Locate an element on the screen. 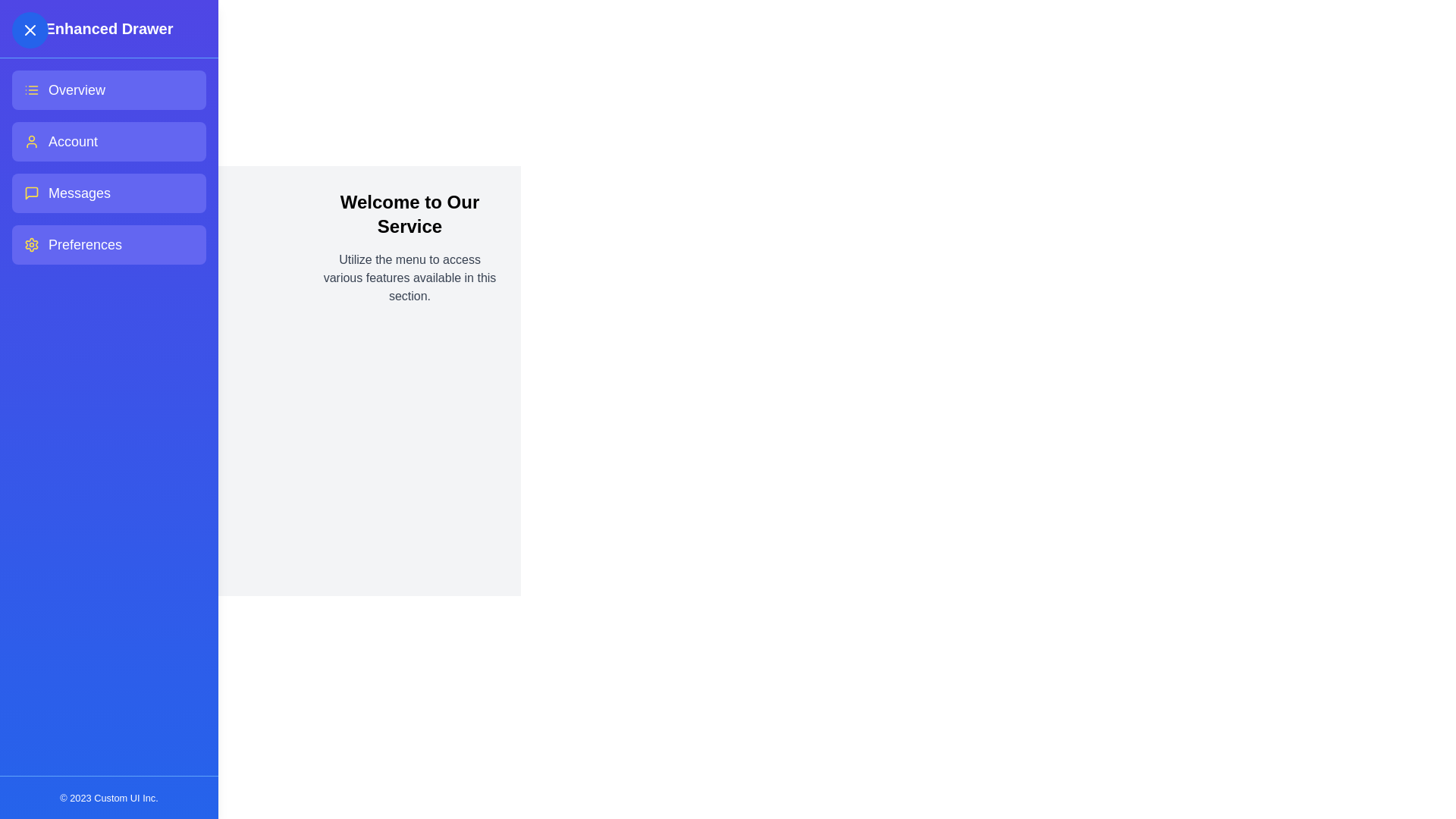 This screenshot has width=1456, height=819. the 'Overview' icon located in the left sidebar, which symbolizes a list or dashboard view, to observe its interaction is located at coordinates (32, 90).